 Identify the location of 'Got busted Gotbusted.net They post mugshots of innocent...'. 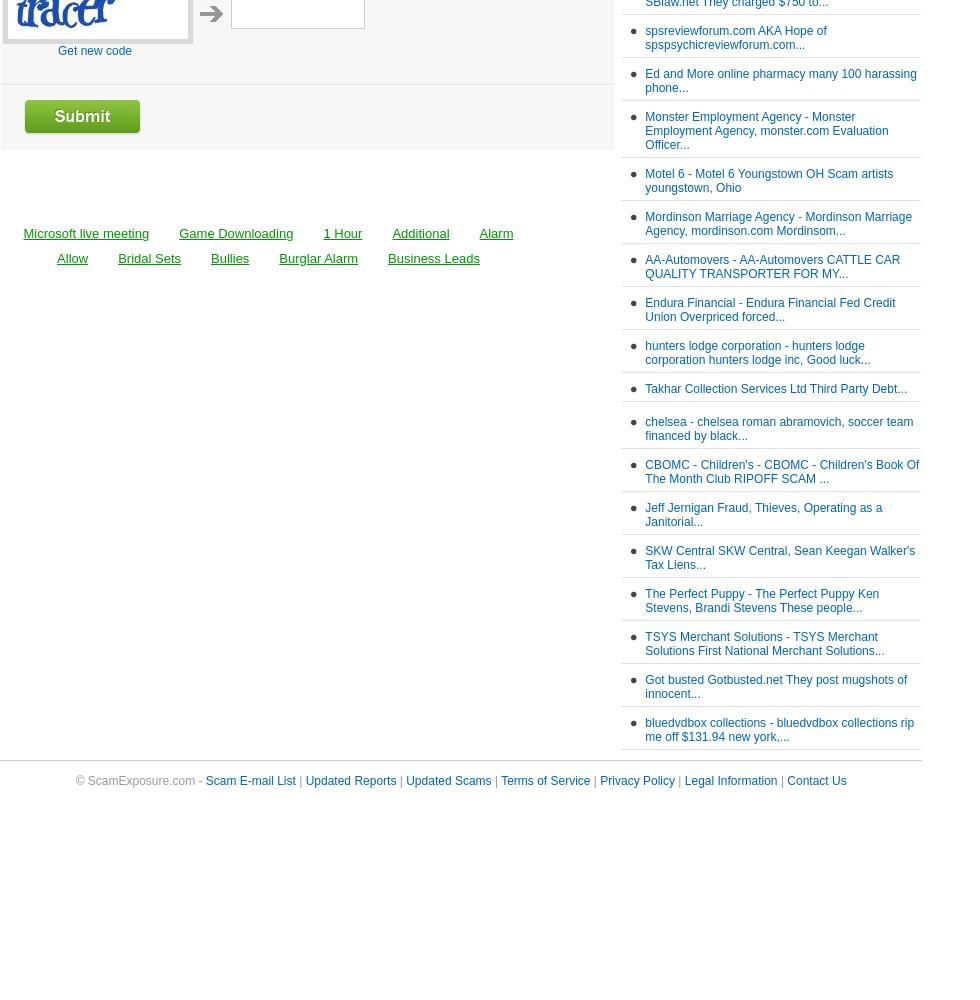
(775, 687).